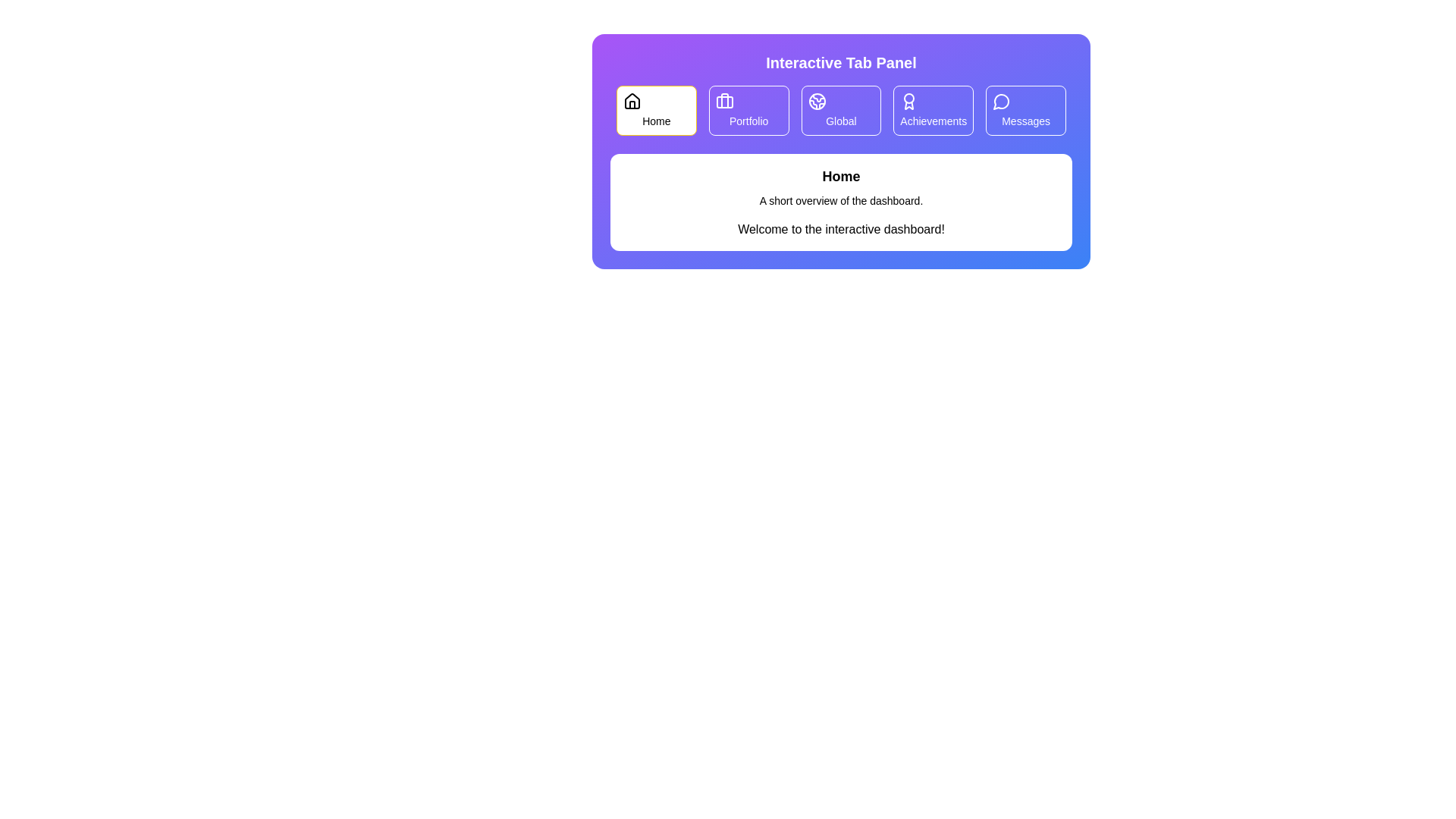  I want to click on the 'Portfolio' button, which is a rectangular button with a purple background and a white briefcase icon, located in the navigation bar, so click(748, 110).